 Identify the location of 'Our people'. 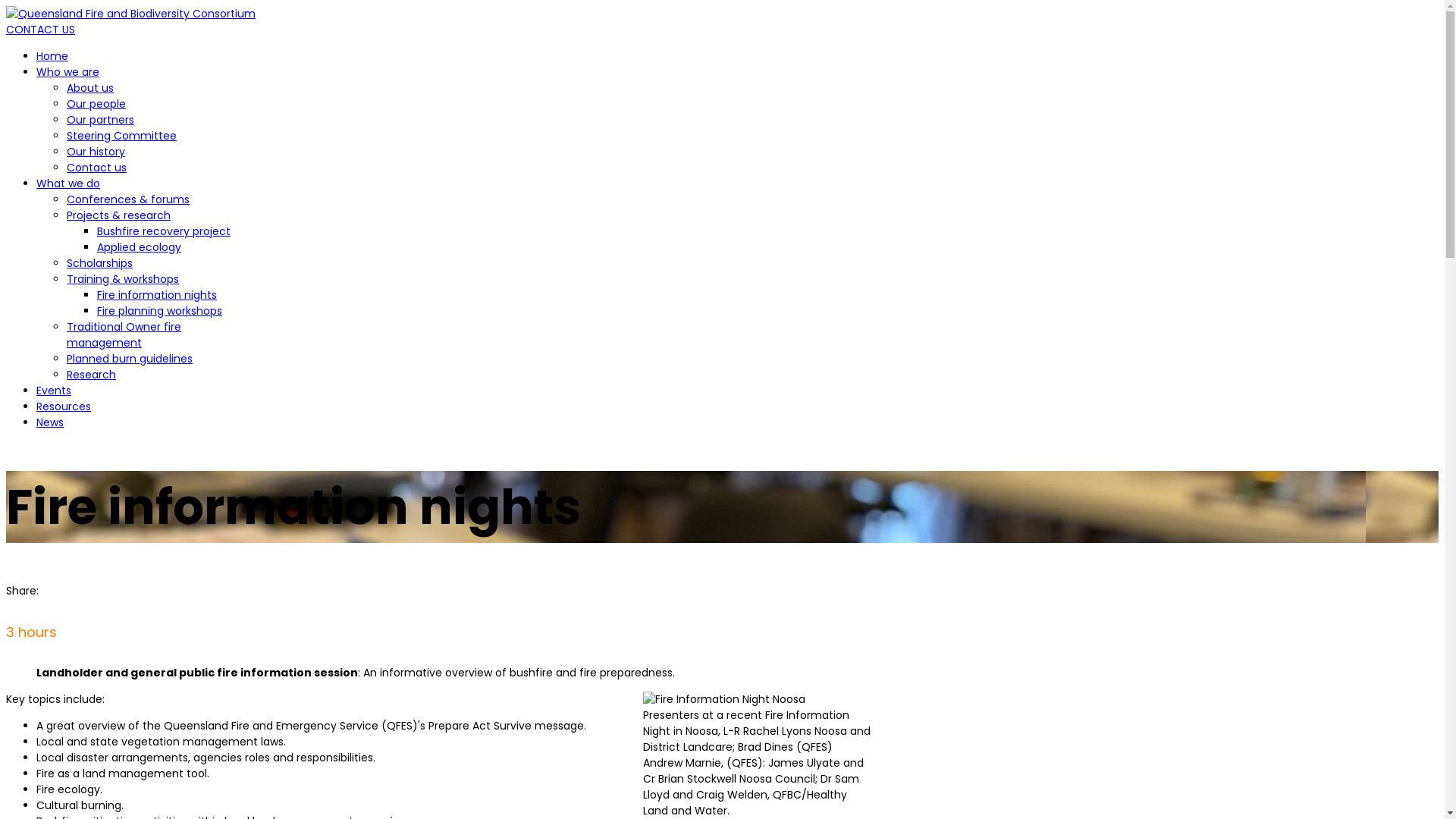
(95, 103).